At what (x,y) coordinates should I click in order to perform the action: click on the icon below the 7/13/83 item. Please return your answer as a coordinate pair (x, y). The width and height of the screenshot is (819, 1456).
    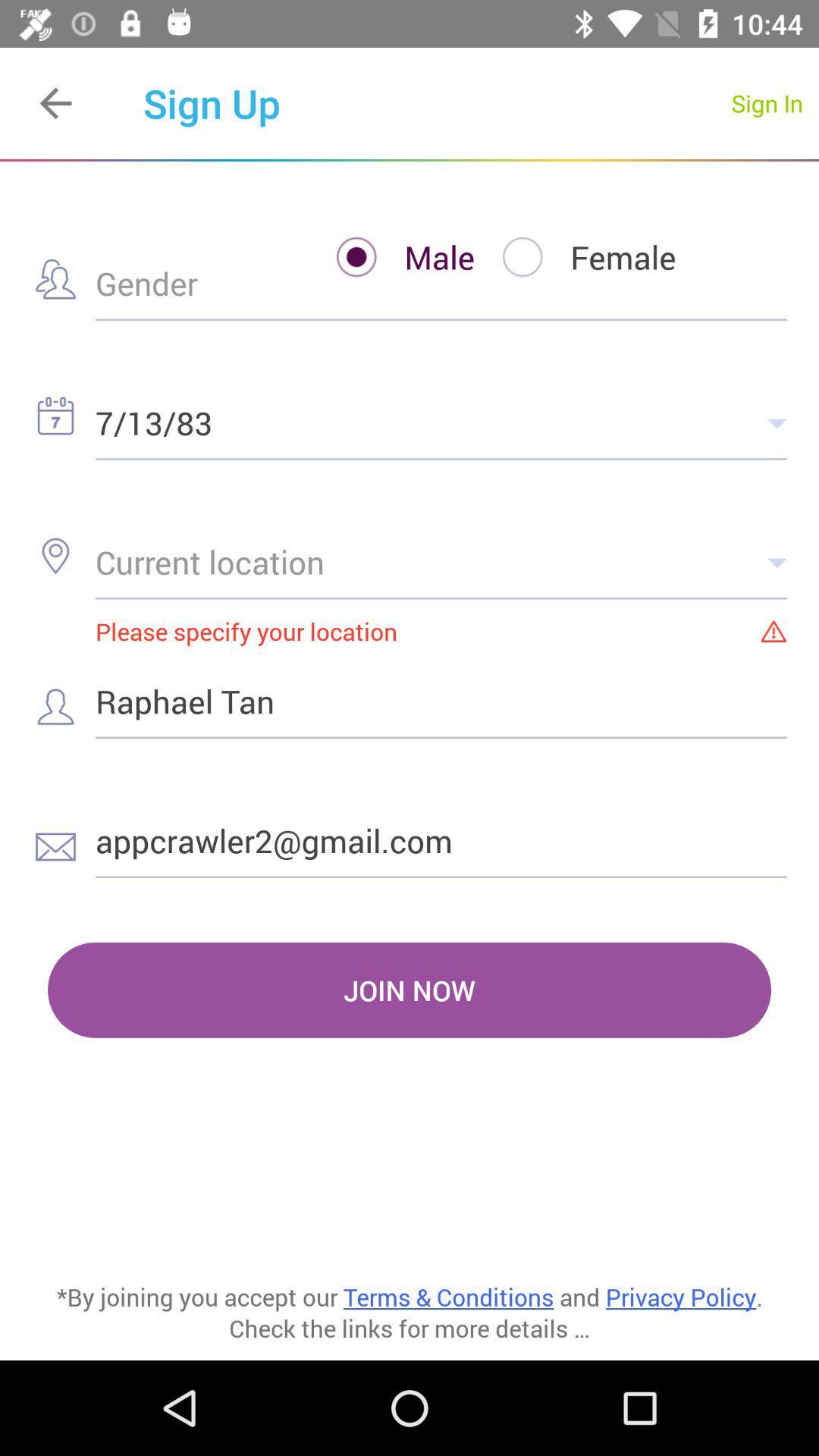
    Looking at the image, I should click on (441, 560).